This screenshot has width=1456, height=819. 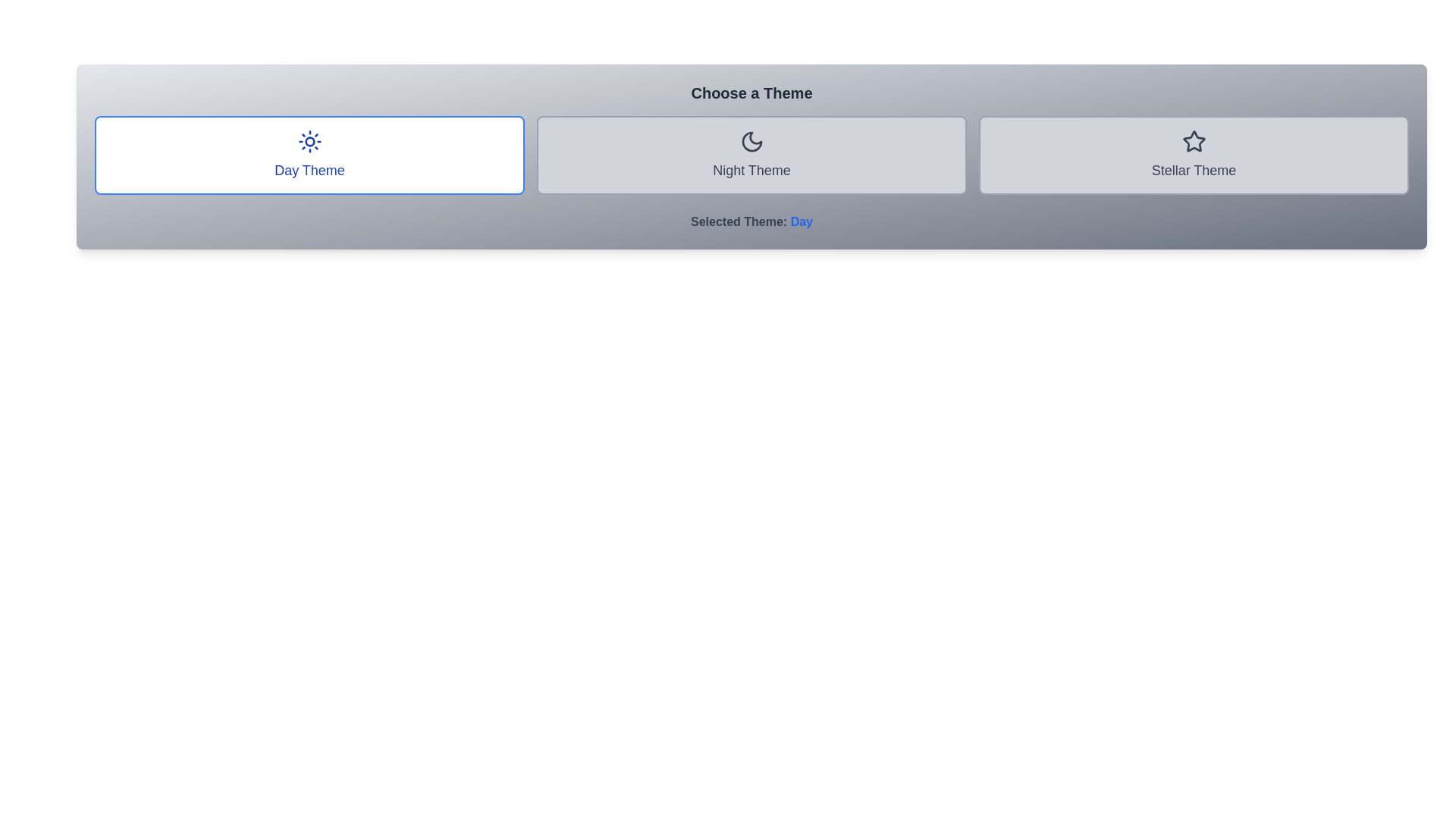 What do you see at coordinates (752, 155) in the screenshot?
I see `the theme night by clicking on its respective button` at bounding box center [752, 155].